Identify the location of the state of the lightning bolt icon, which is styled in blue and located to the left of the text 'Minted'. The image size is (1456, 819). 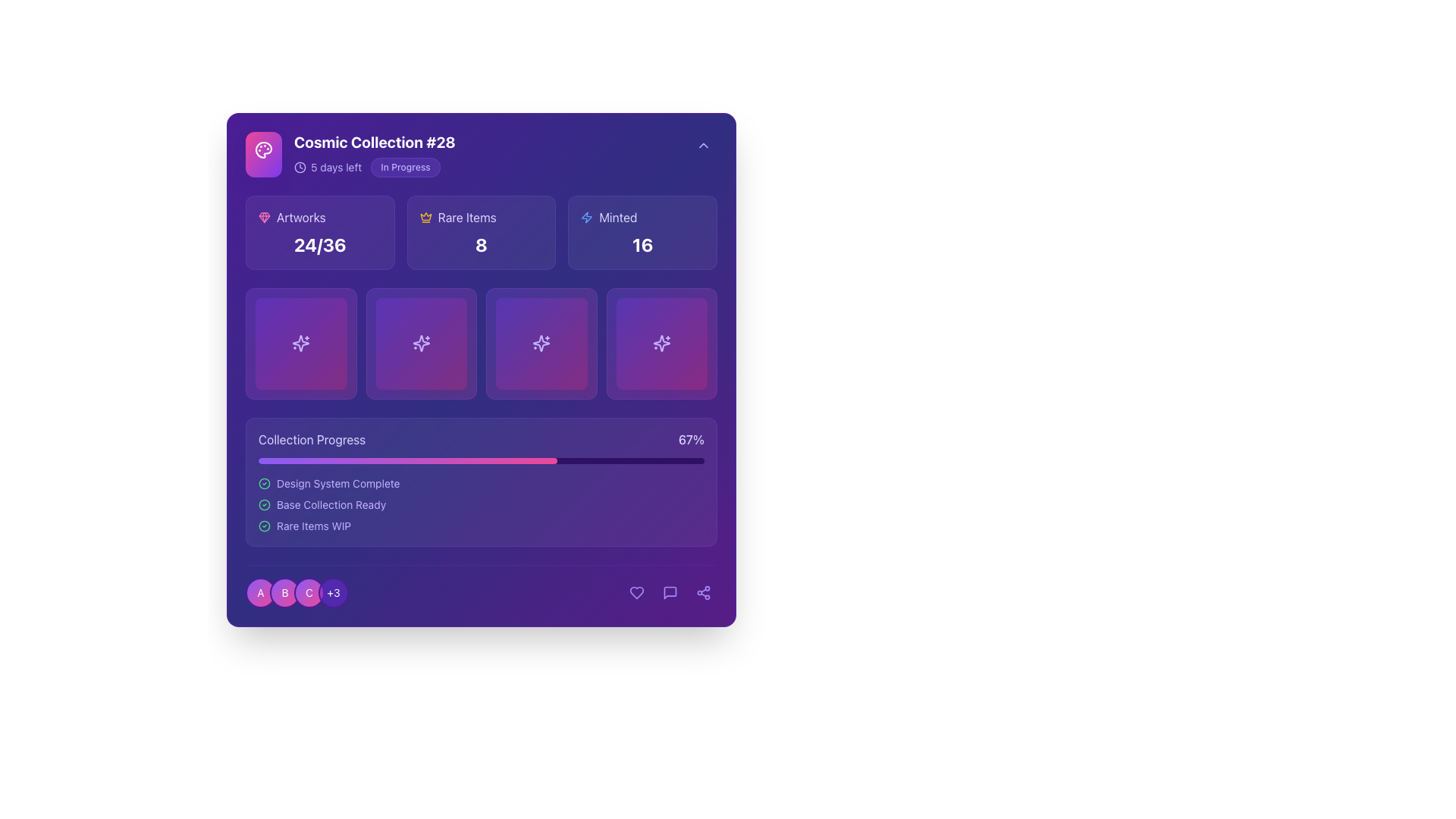
(586, 217).